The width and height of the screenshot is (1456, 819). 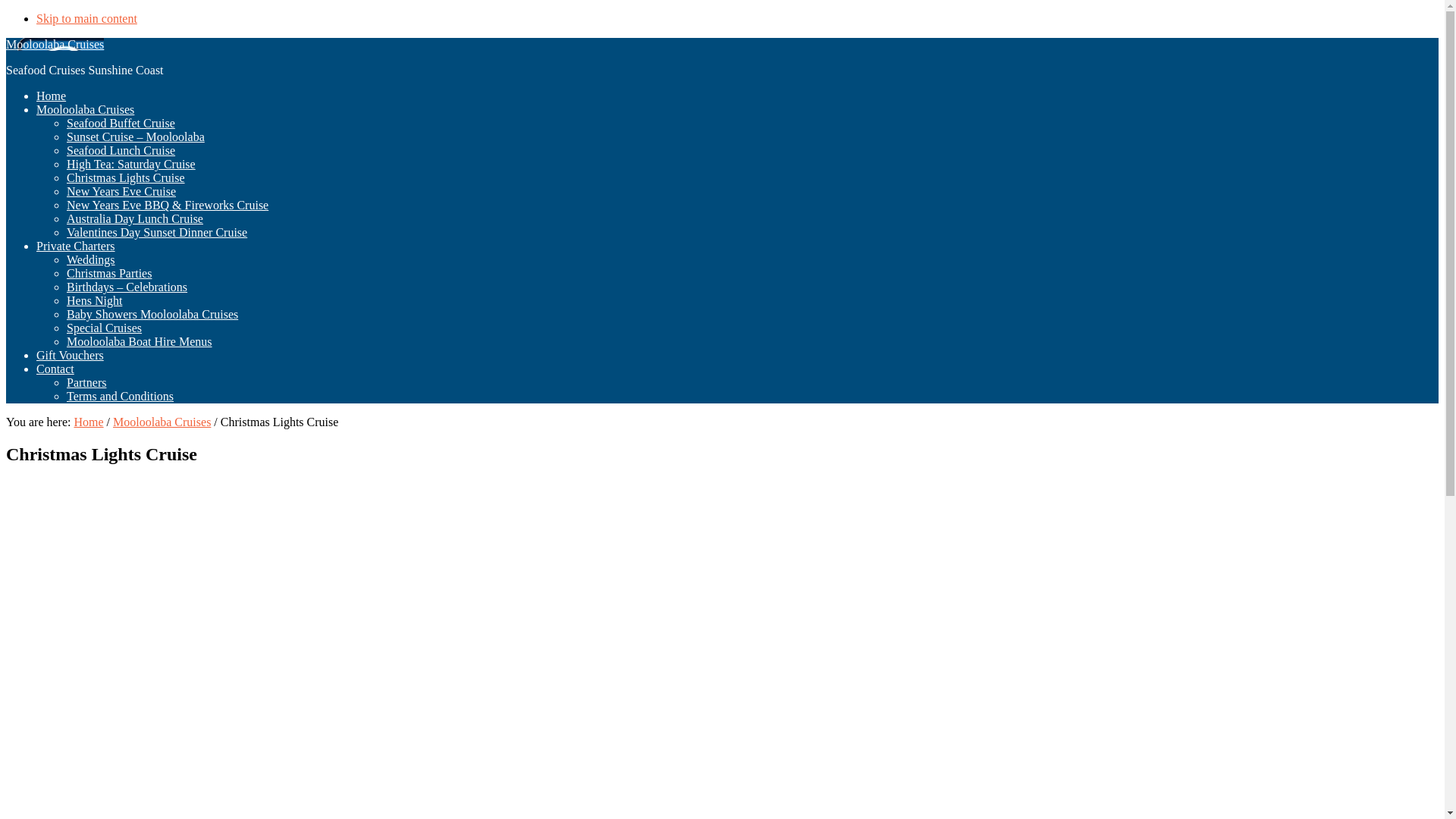 What do you see at coordinates (167, 205) in the screenshot?
I see `'New Years Eve BBQ & Fireworks Cruise'` at bounding box center [167, 205].